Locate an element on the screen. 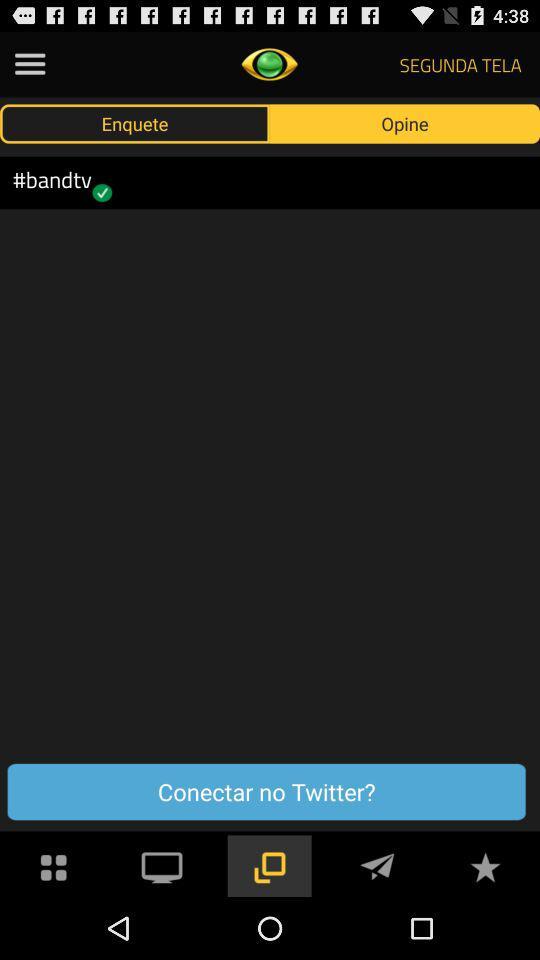  the icon next to enquete item is located at coordinates (405, 122).